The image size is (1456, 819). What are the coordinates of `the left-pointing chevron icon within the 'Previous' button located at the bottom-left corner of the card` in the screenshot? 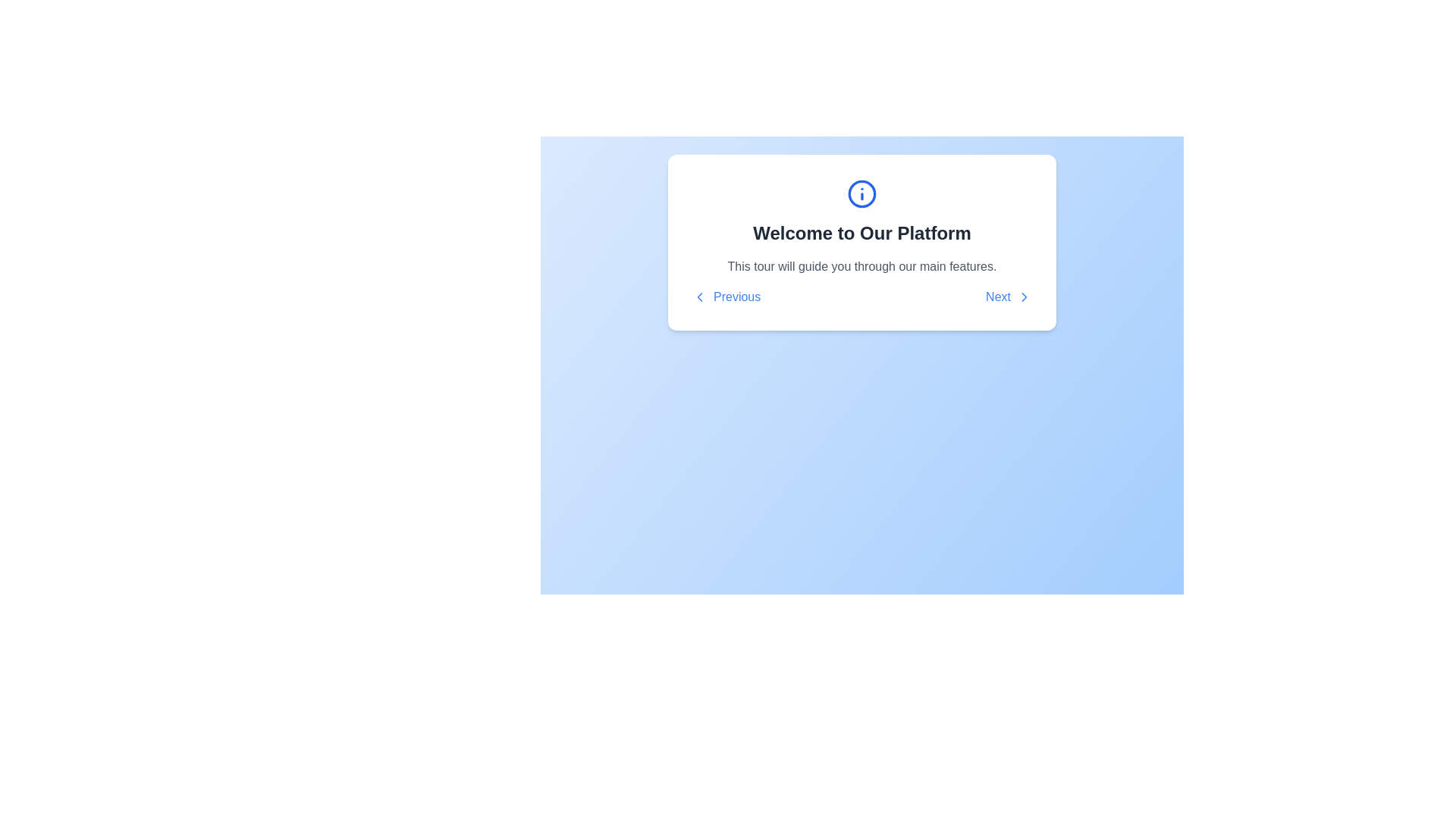 It's located at (698, 297).